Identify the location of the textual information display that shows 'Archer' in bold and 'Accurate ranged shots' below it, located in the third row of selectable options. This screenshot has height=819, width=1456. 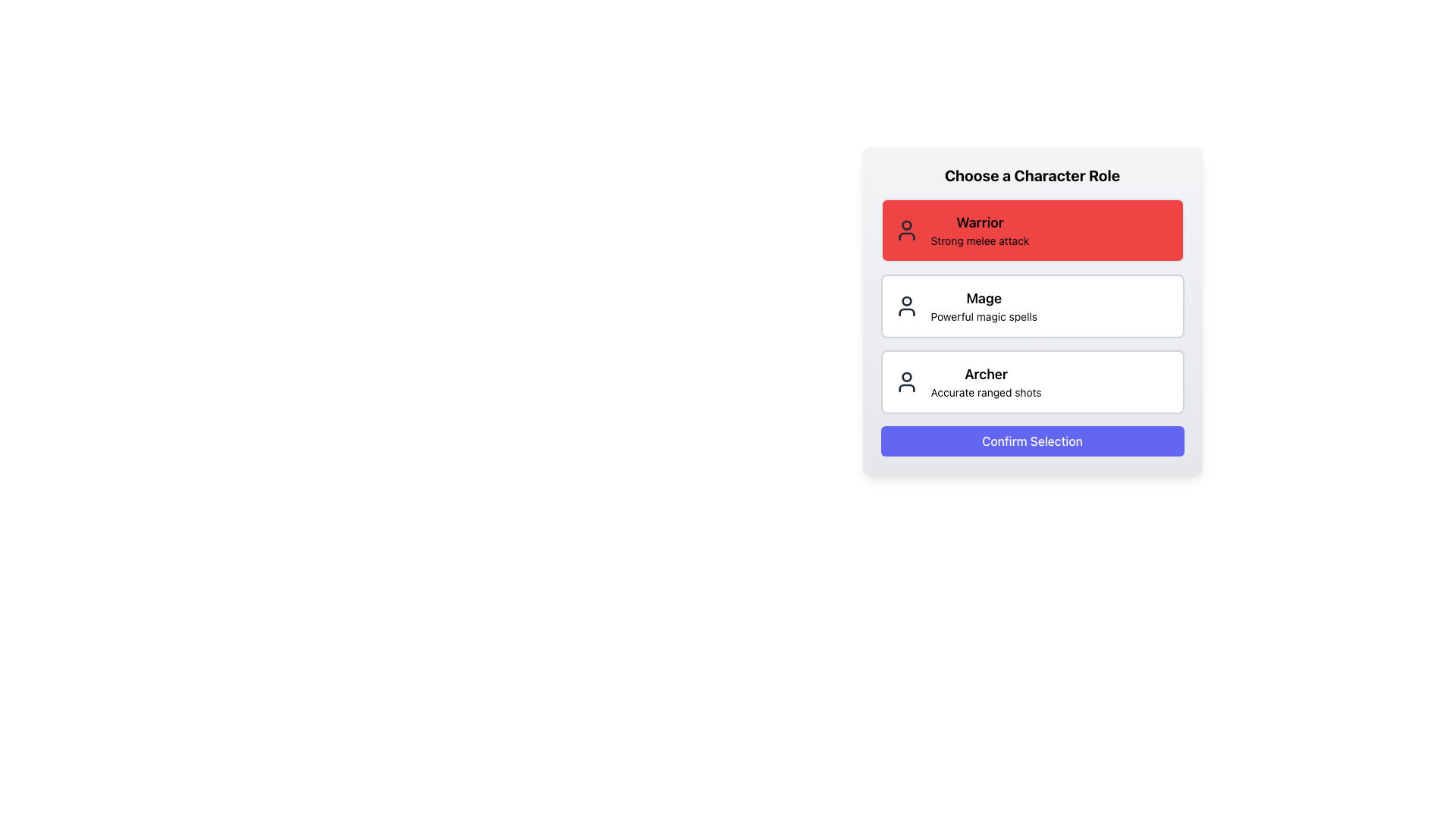
(986, 381).